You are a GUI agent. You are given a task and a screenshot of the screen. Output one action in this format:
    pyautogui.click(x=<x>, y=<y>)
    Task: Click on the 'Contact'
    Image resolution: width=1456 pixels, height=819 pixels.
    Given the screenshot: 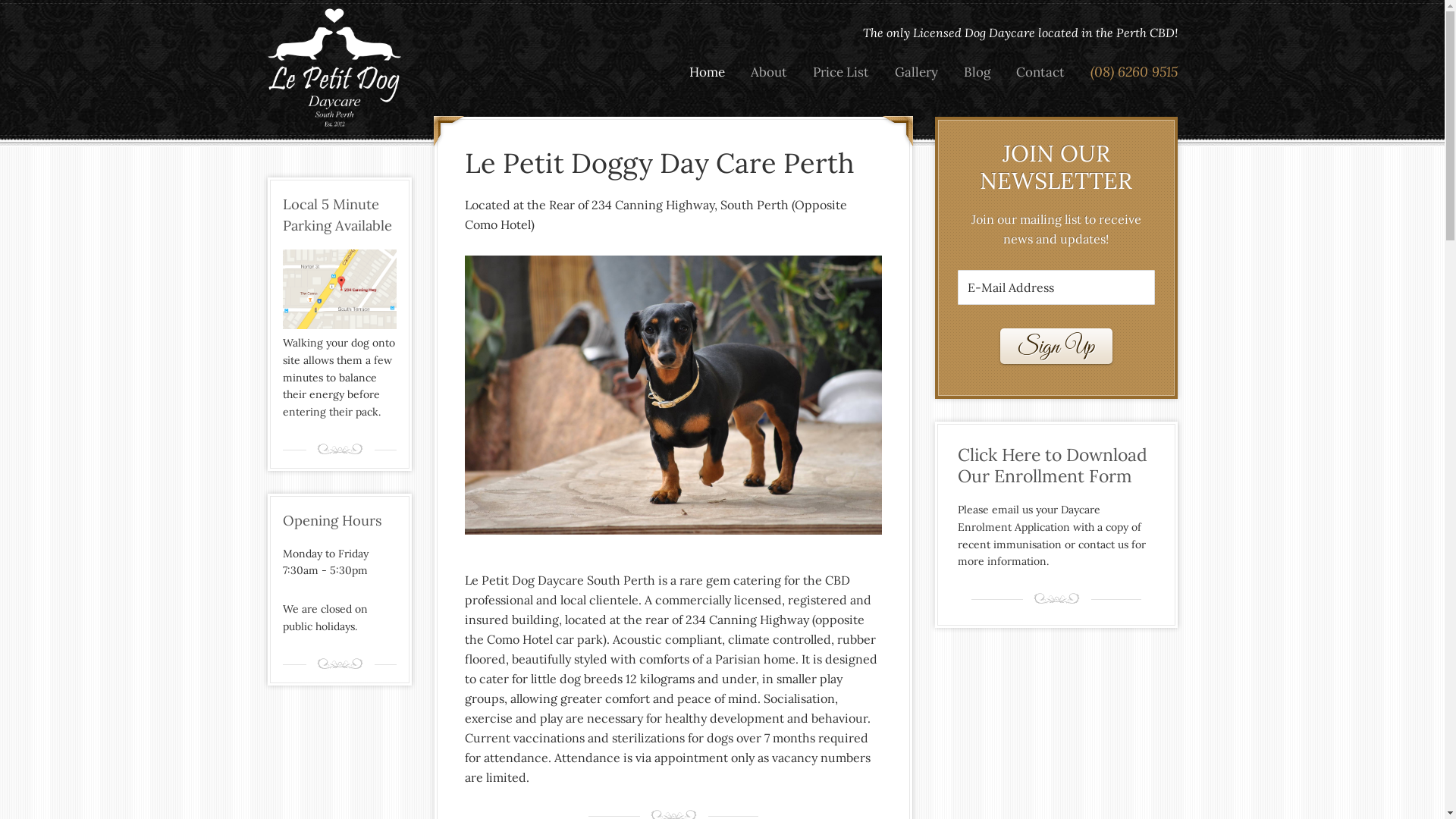 What is the action you would take?
    pyautogui.click(x=1004, y=72)
    